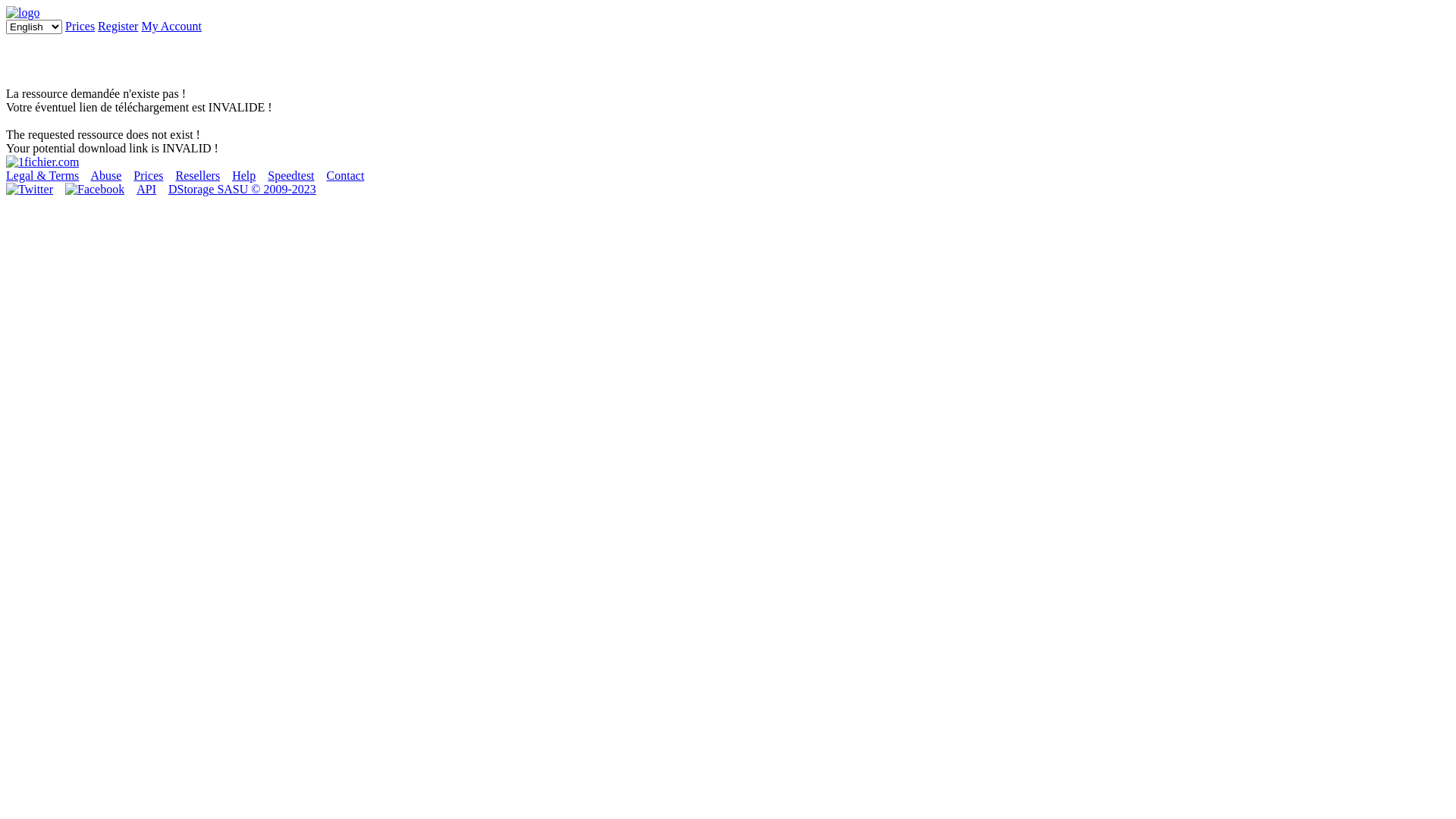 Image resolution: width=1456 pixels, height=819 pixels. What do you see at coordinates (243, 174) in the screenshot?
I see `'Help'` at bounding box center [243, 174].